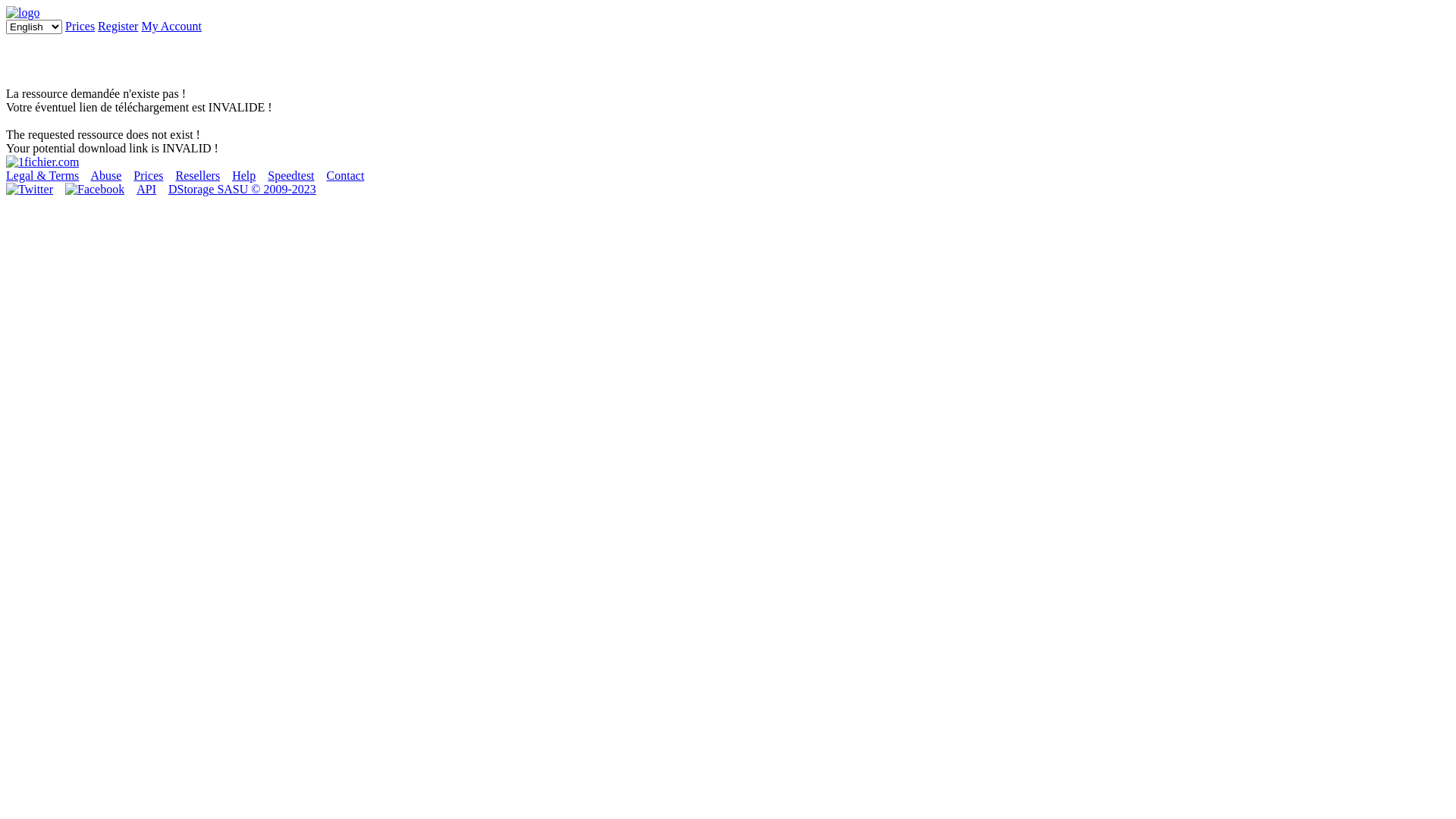 Image resolution: width=1456 pixels, height=819 pixels. What do you see at coordinates (243, 174) in the screenshot?
I see `'Help'` at bounding box center [243, 174].